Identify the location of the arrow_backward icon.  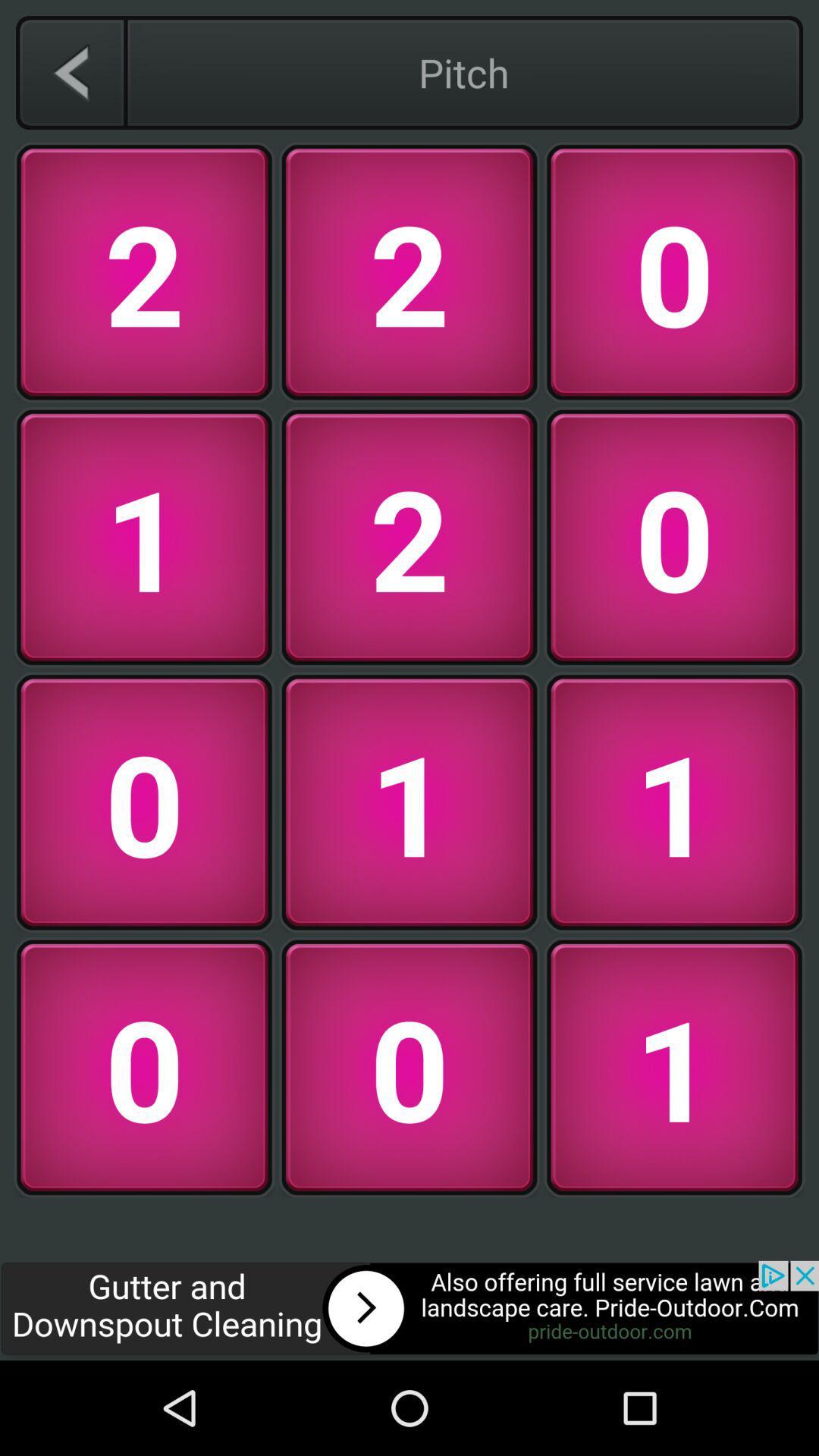
(71, 72).